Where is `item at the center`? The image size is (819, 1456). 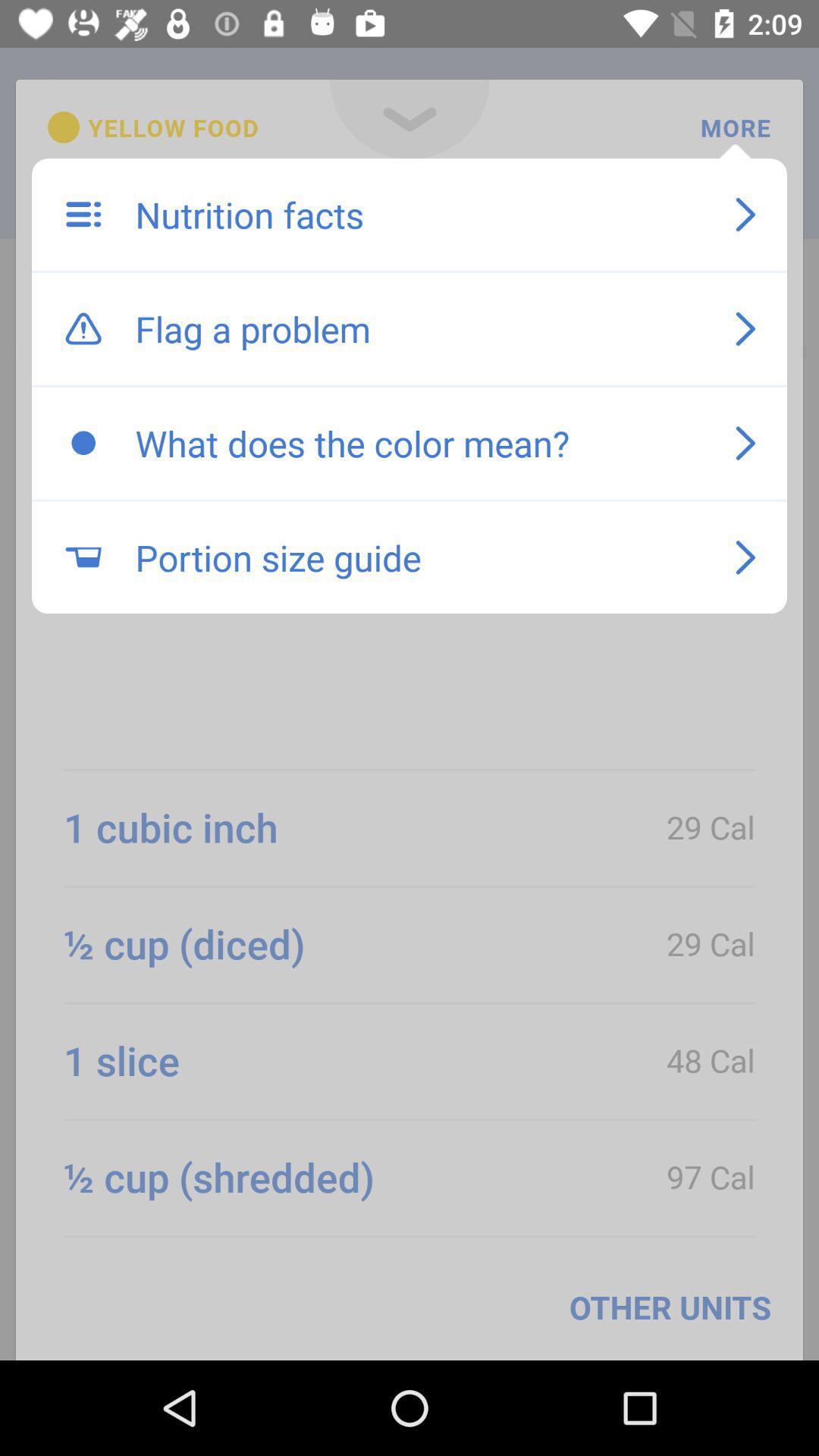
item at the center is located at coordinates (419, 557).